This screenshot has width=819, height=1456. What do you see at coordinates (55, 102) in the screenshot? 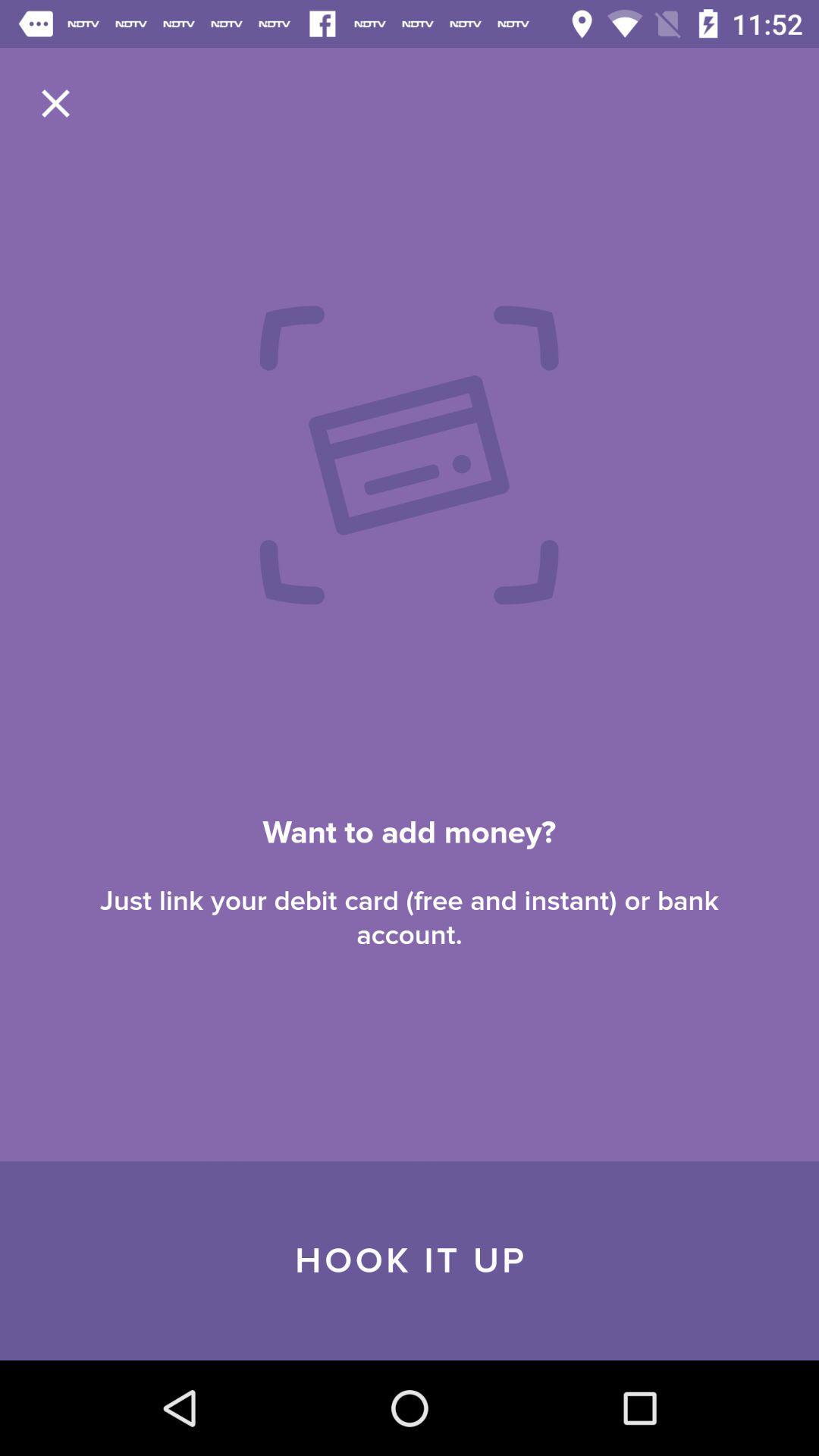
I see `the icon above the just link your` at bounding box center [55, 102].